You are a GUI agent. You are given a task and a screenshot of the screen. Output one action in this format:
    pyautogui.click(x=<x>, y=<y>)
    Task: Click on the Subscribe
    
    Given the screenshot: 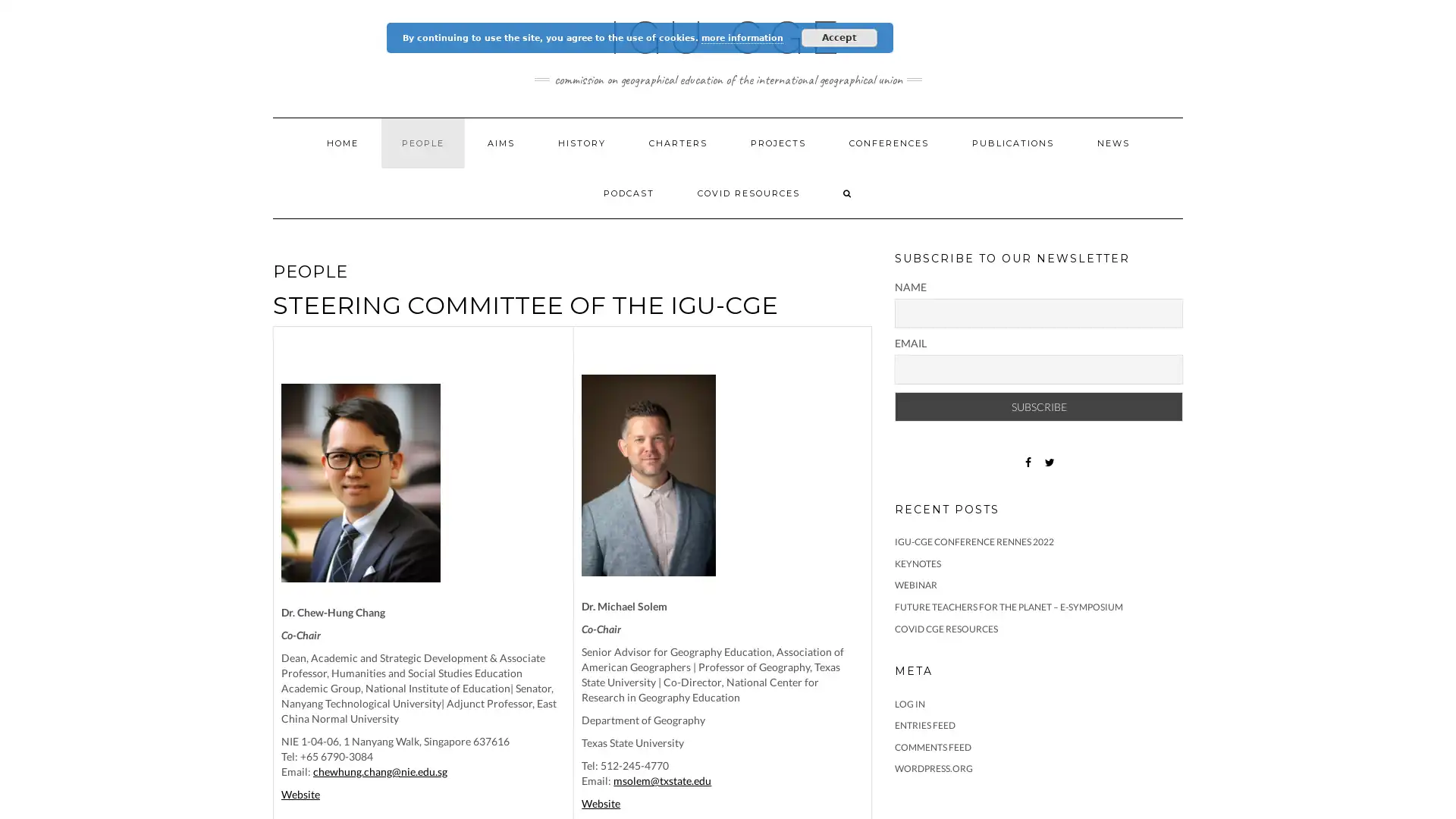 What is the action you would take?
    pyautogui.click(x=1037, y=406)
    